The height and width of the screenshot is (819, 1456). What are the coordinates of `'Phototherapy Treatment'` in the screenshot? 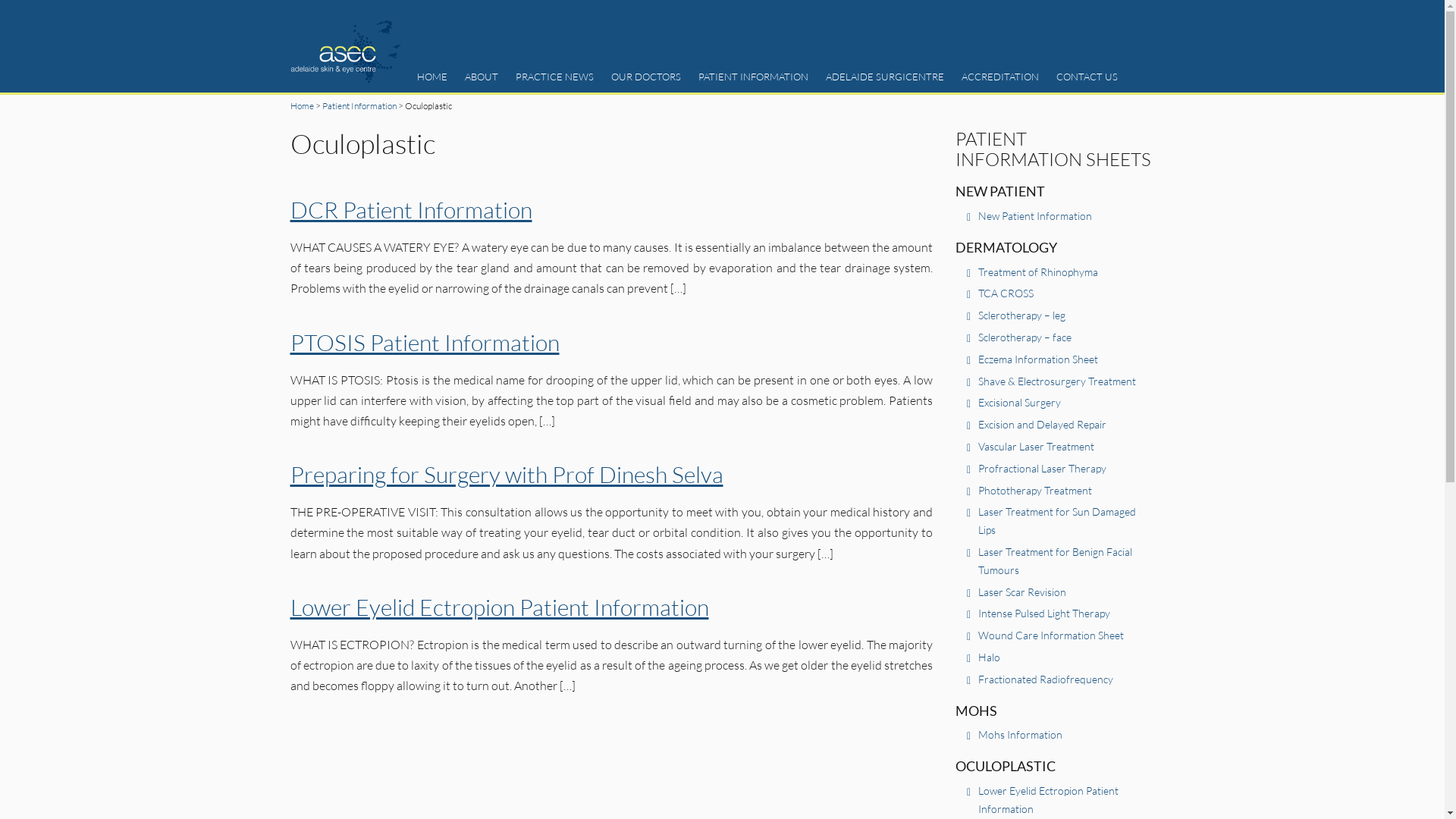 It's located at (1034, 490).